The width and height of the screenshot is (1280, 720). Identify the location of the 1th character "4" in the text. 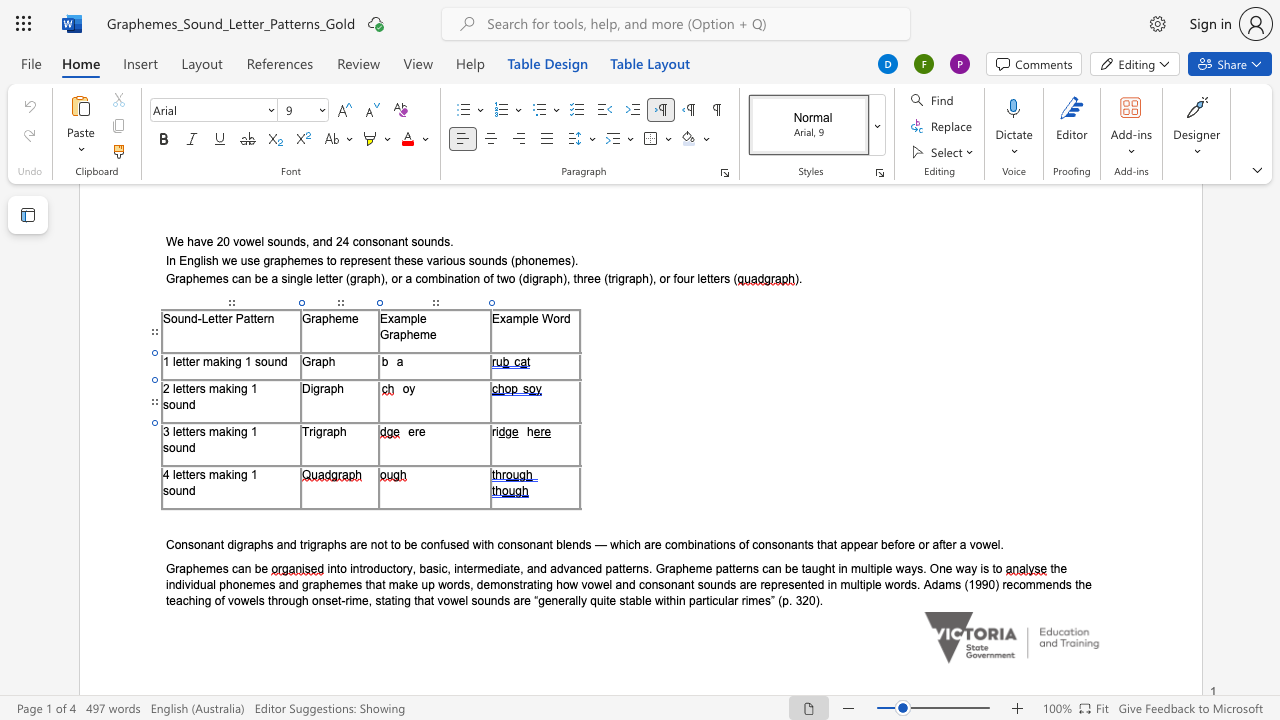
(166, 474).